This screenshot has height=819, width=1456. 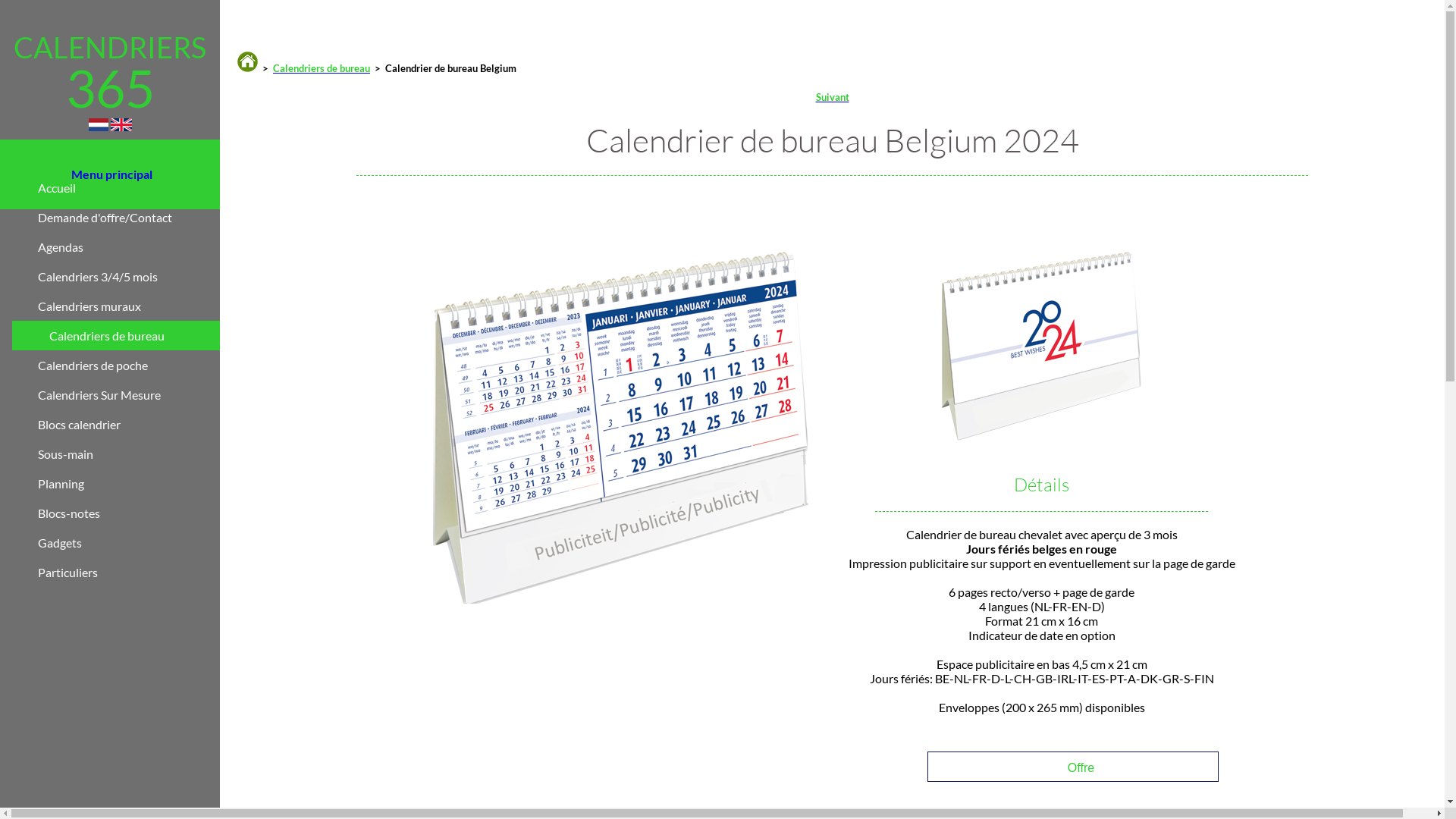 I want to click on 'Accueil', so click(x=128, y=187).